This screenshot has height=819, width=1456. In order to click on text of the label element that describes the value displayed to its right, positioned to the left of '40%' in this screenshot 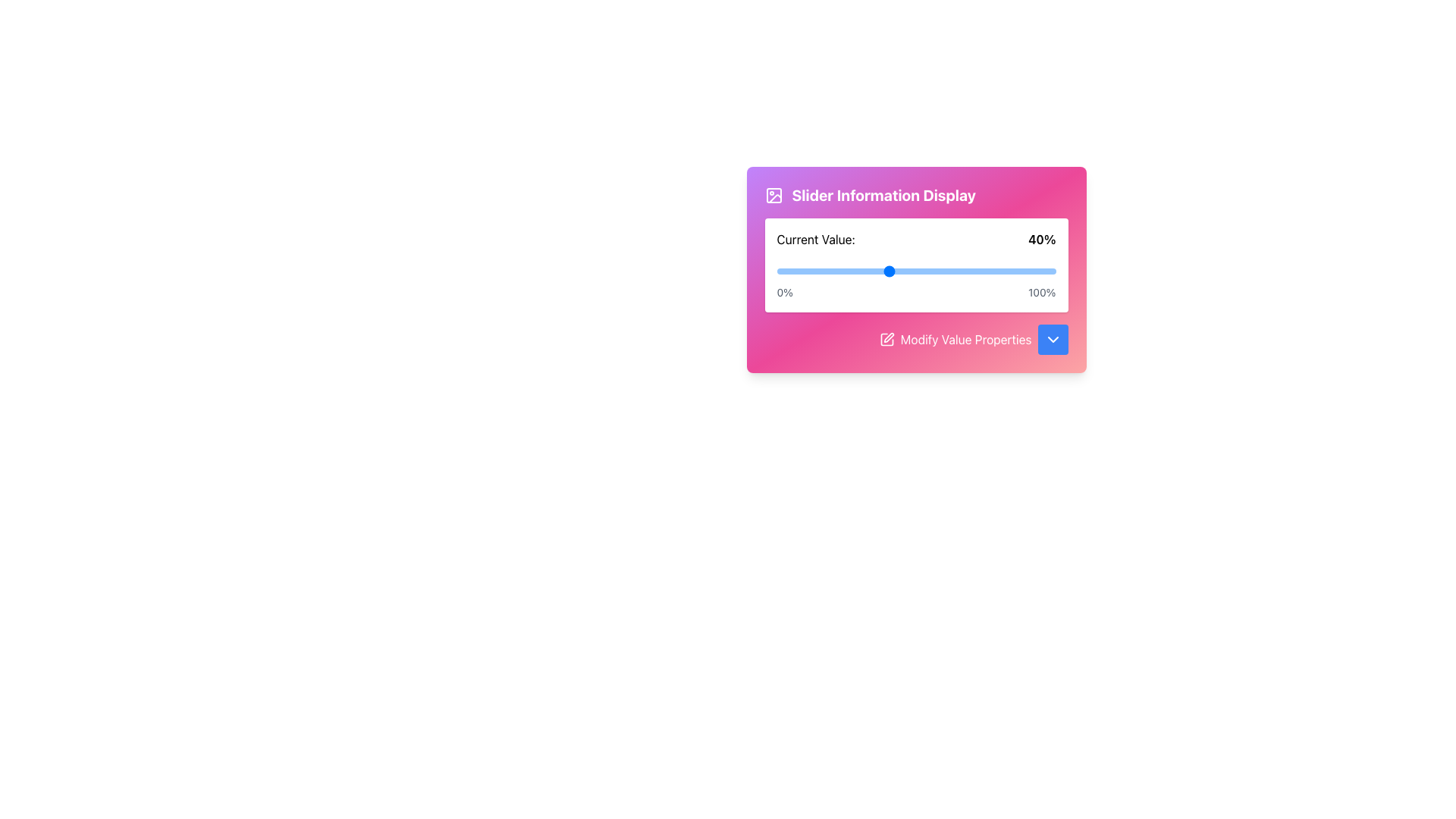, I will do `click(815, 239)`.